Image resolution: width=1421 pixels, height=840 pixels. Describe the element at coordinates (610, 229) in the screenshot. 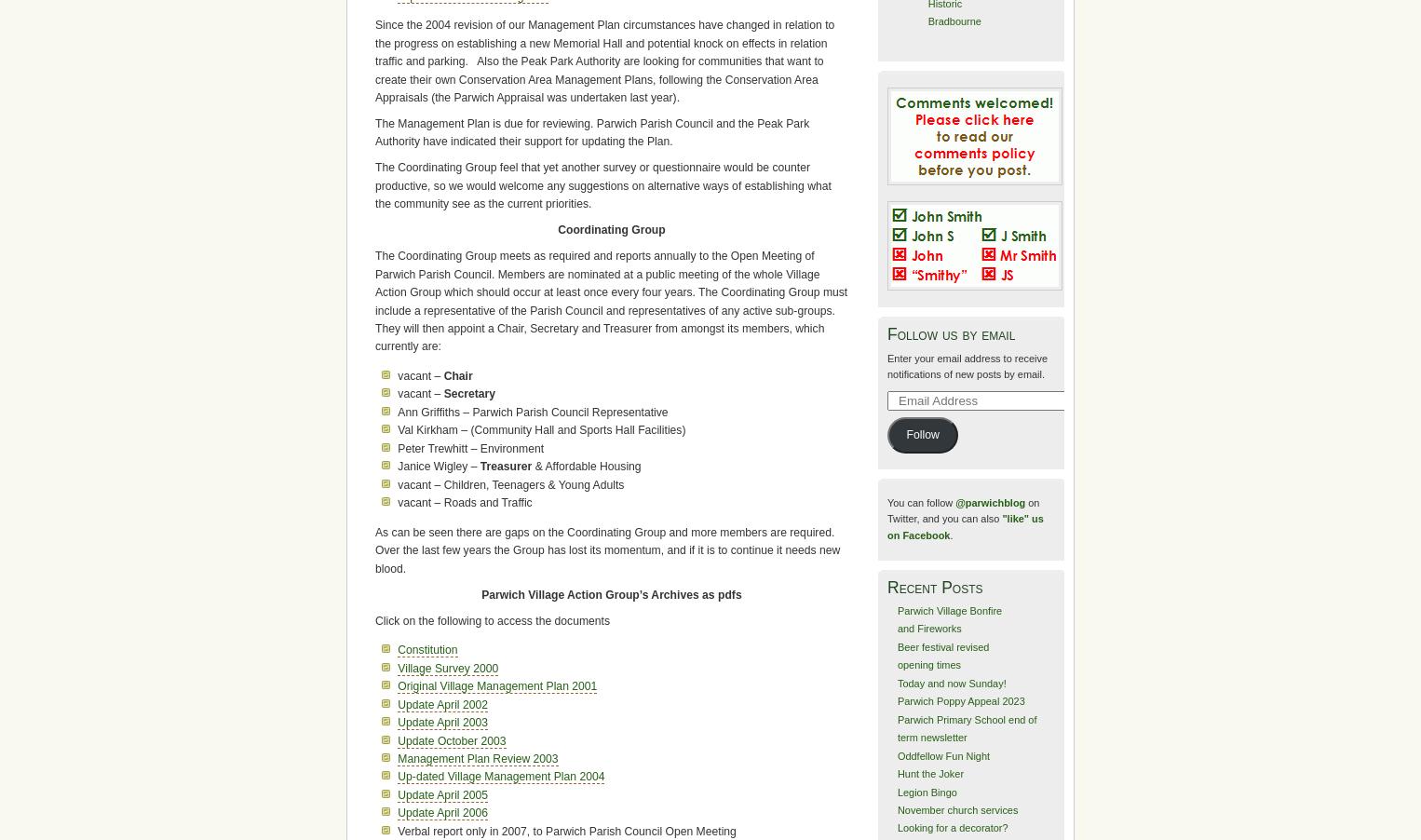

I see `'Coordinating Group'` at that location.